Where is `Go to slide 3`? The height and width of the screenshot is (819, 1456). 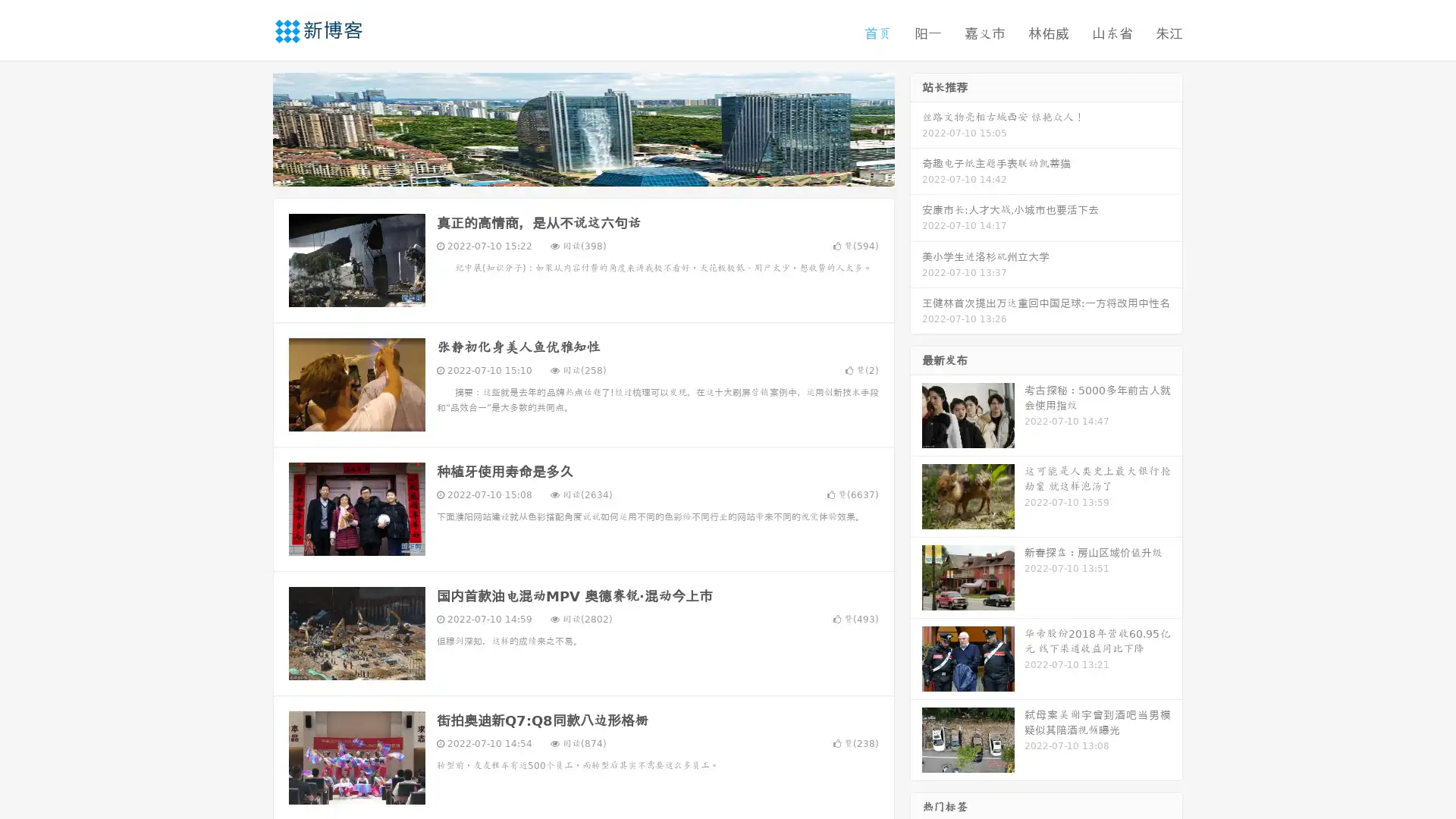
Go to slide 3 is located at coordinates (598, 171).